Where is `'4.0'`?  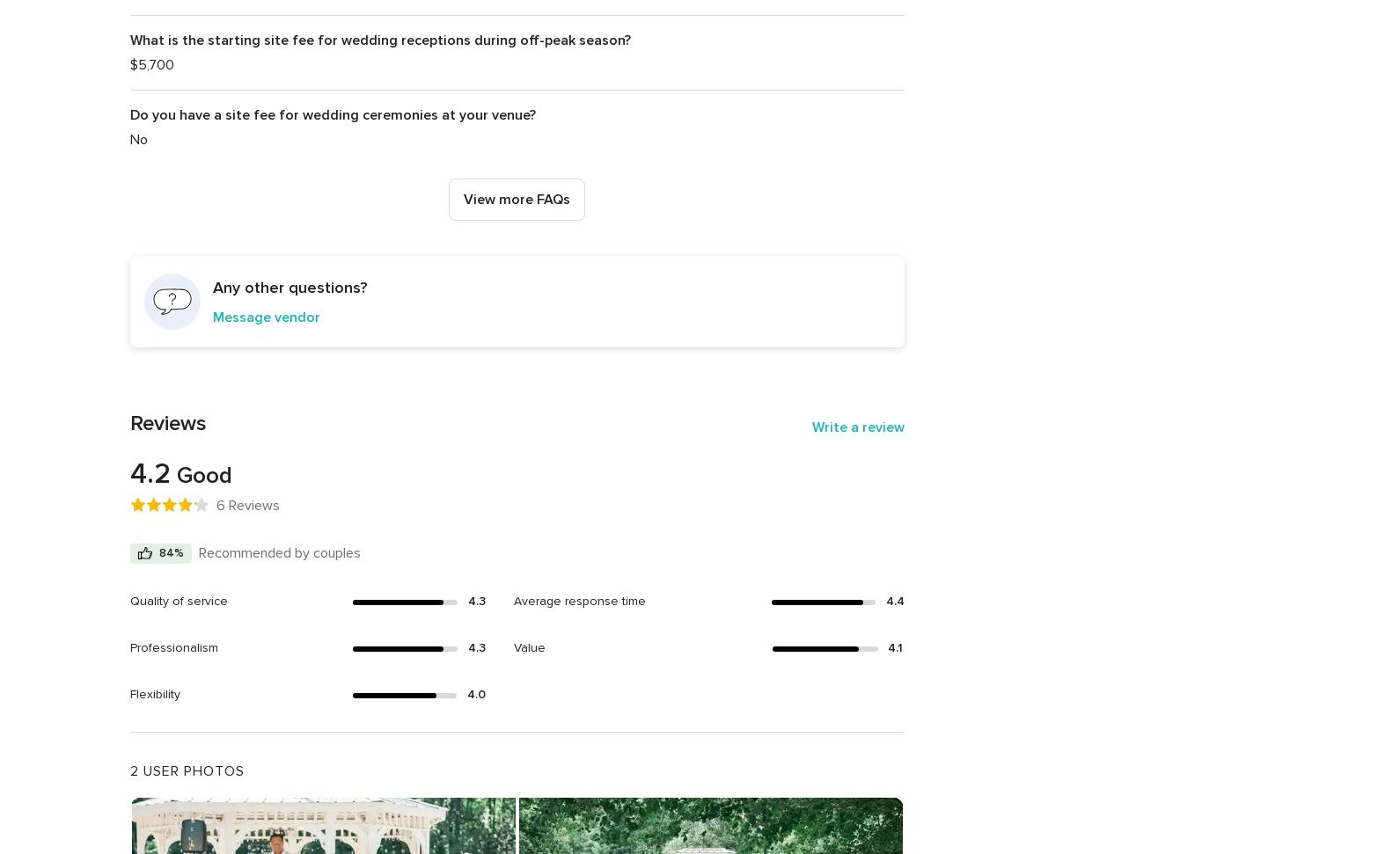 '4.0' is located at coordinates (474, 694).